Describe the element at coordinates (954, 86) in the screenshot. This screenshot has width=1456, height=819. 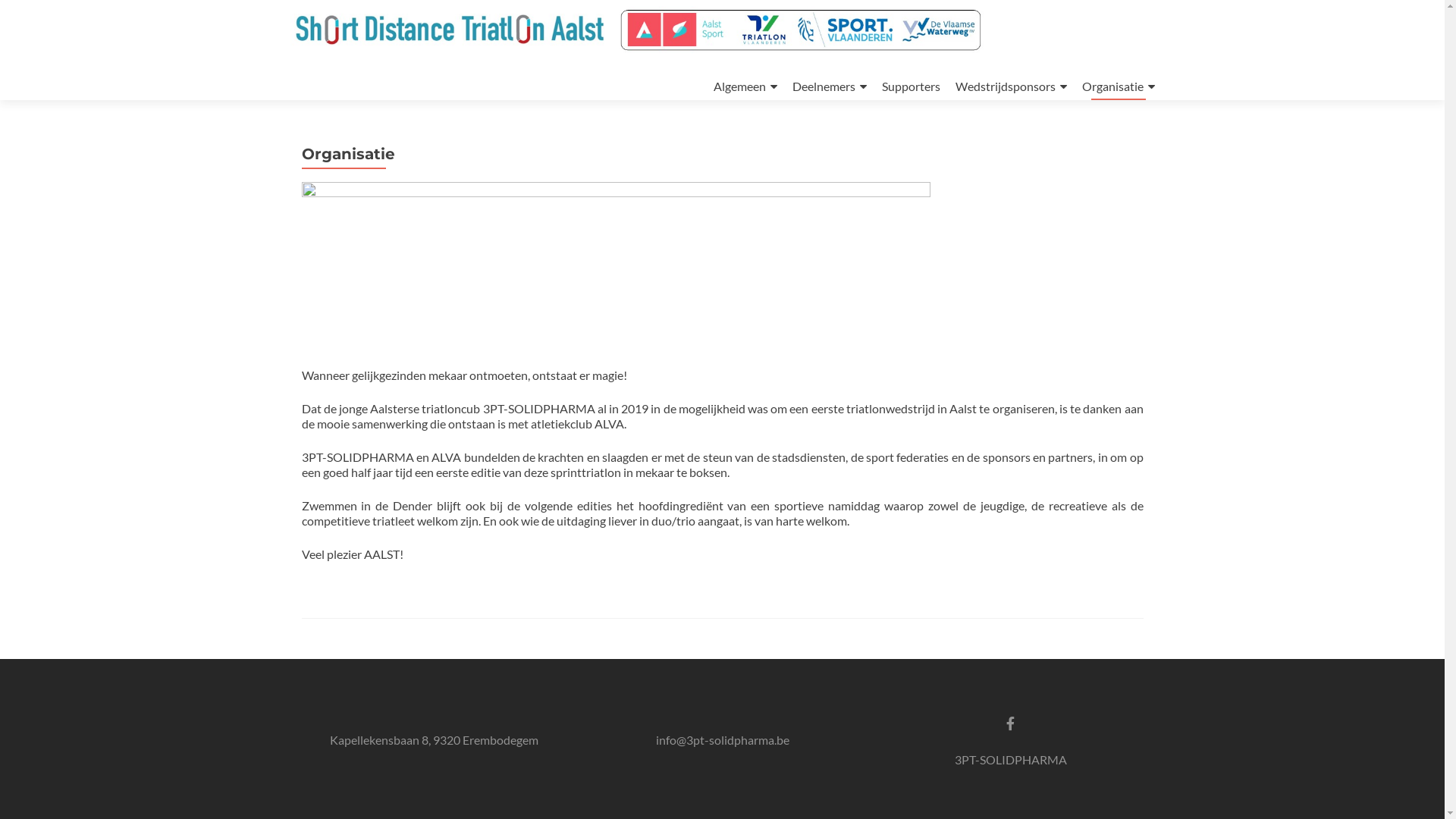
I see `'Wedstrijdsponsors'` at that location.